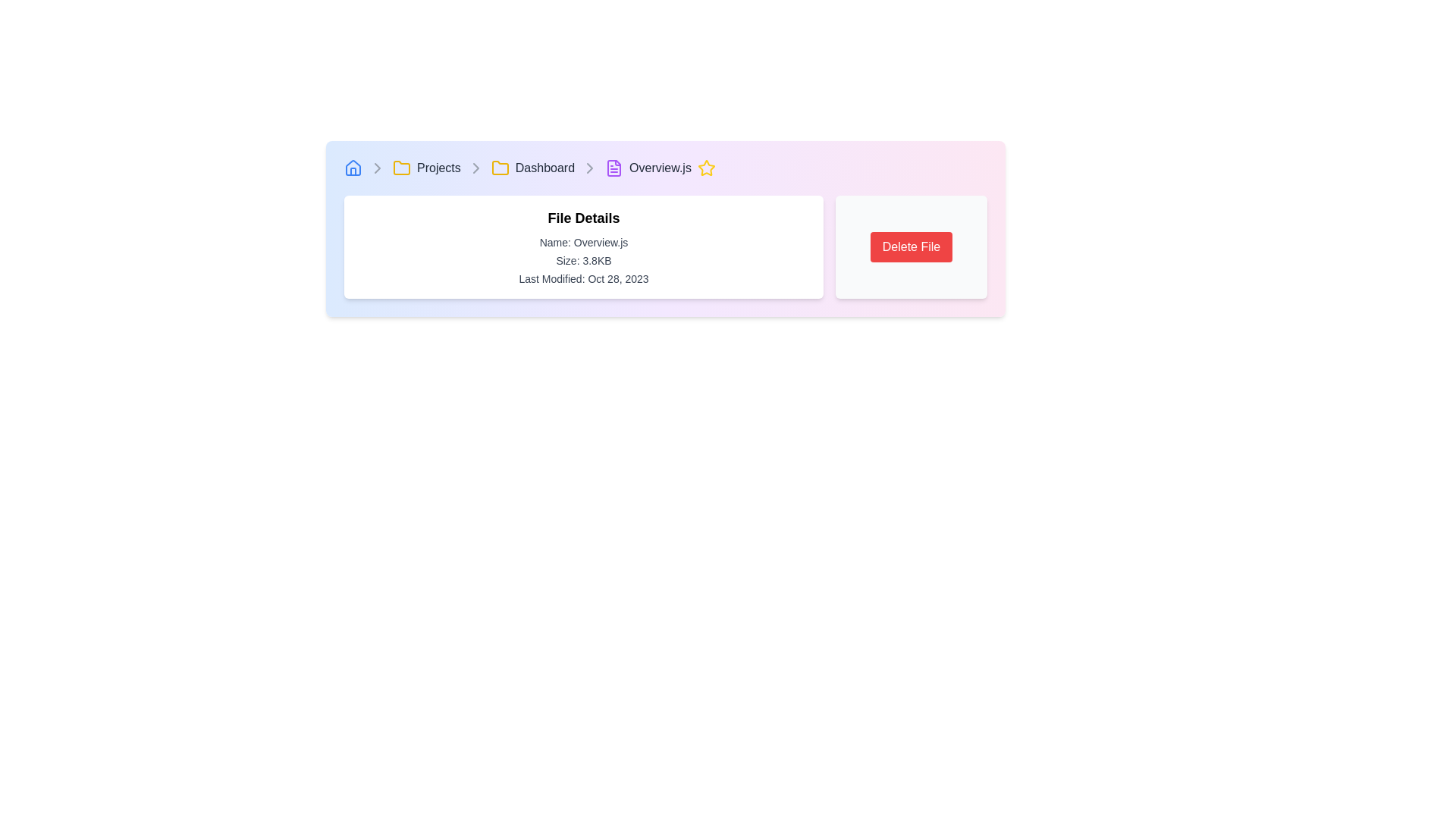 The height and width of the screenshot is (819, 1456). Describe the element at coordinates (660, 168) in the screenshot. I see `the current location indicator text label in the breadcrumb navigation to highlight or focus it` at that location.